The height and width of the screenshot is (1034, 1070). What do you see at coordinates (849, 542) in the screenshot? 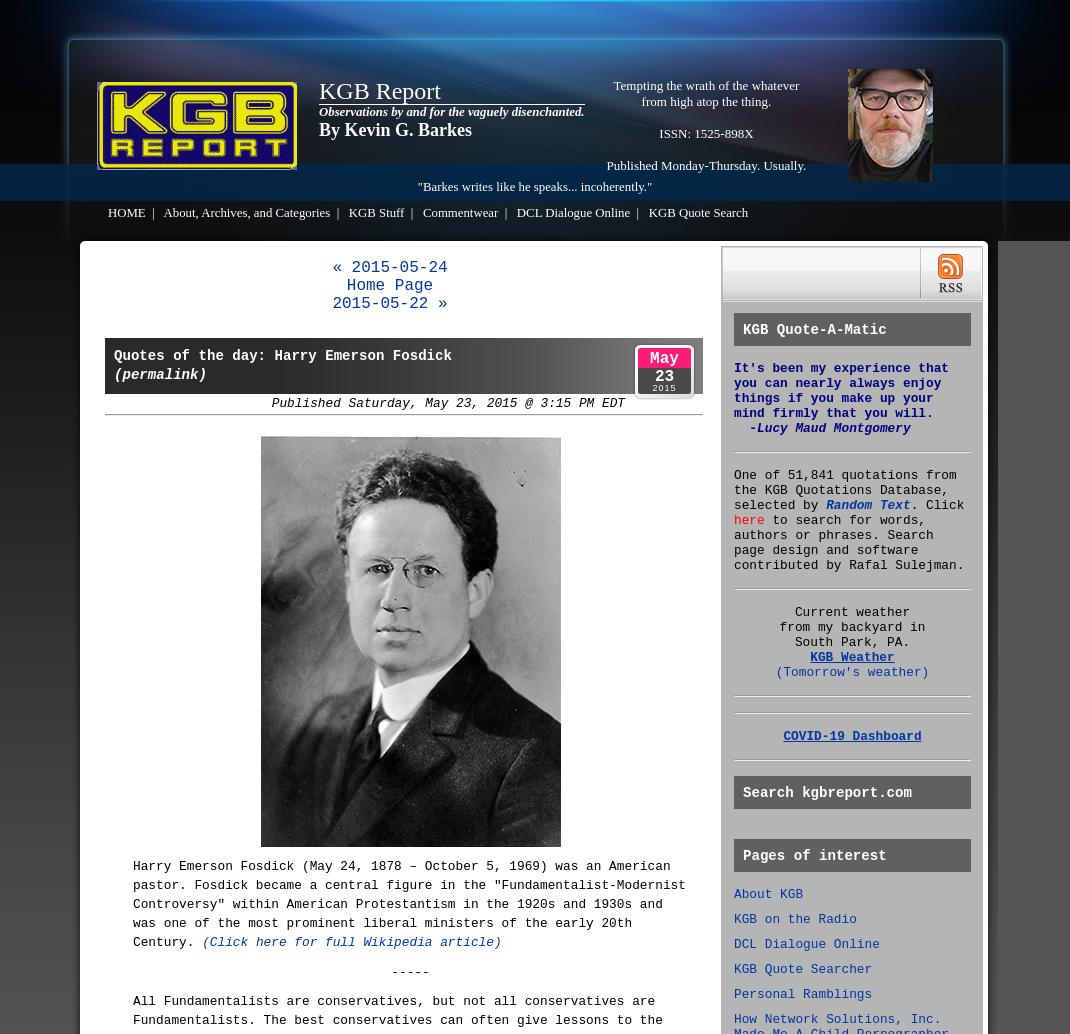
I see `'to search
for words, authors or phrases. Search page design and software contributed by Rafal Sulejman.'` at bounding box center [849, 542].